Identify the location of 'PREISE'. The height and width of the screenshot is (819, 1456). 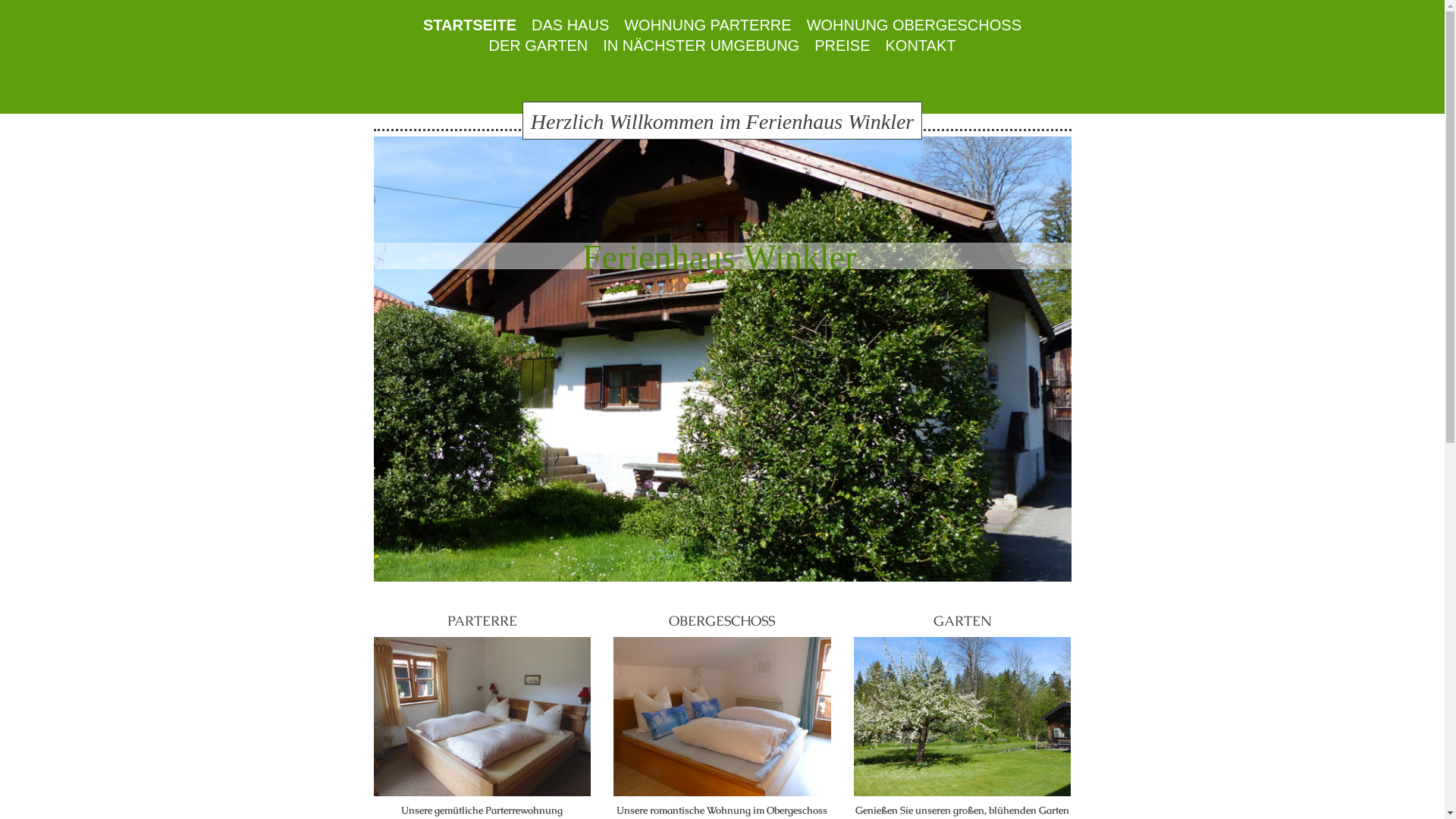
(806, 45).